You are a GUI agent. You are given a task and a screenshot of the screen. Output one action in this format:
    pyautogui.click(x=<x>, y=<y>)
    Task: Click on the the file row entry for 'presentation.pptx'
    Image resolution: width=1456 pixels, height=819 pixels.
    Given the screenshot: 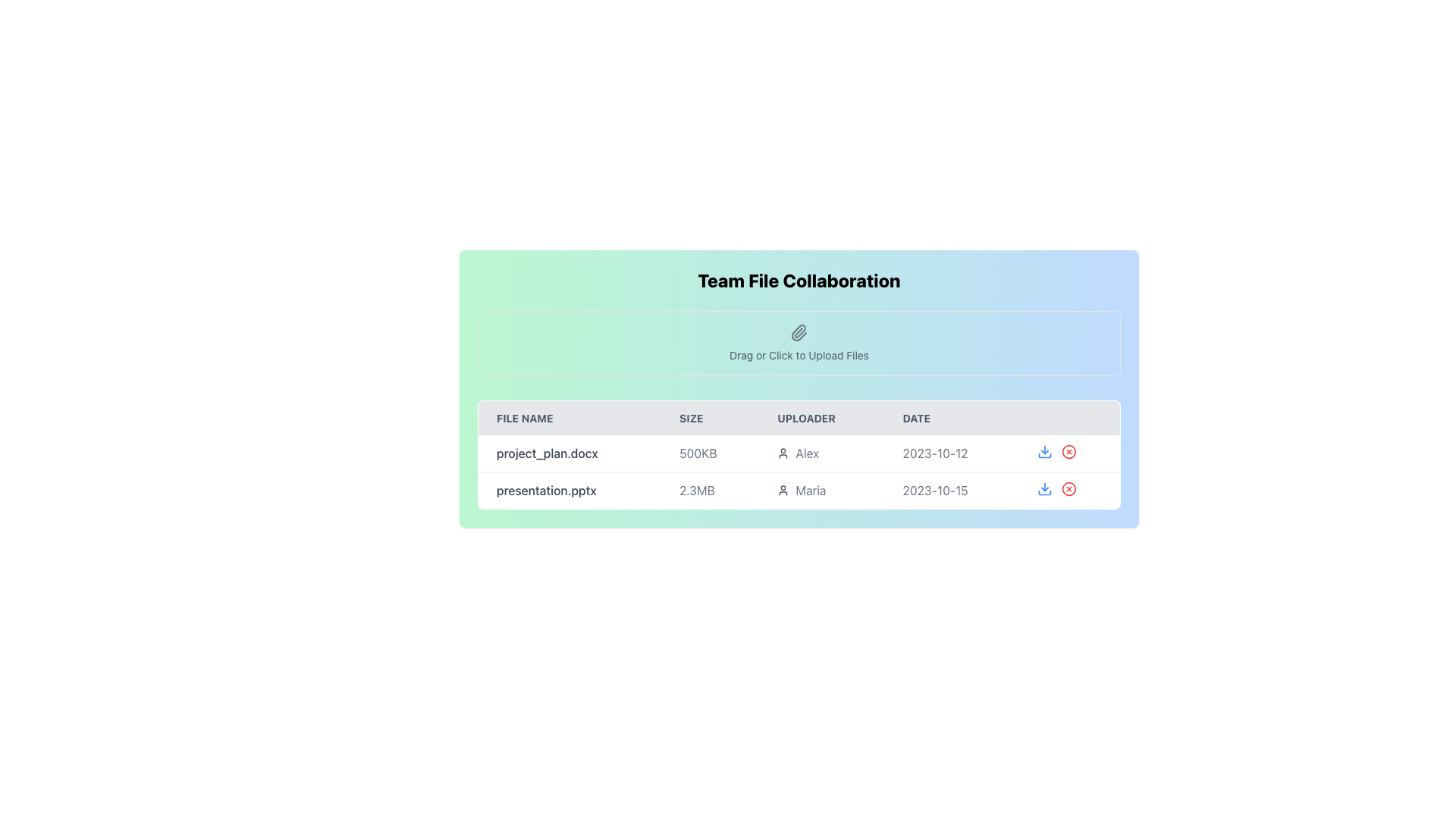 What is the action you would take?
    pyautogui.click(x=799, y=491)
    